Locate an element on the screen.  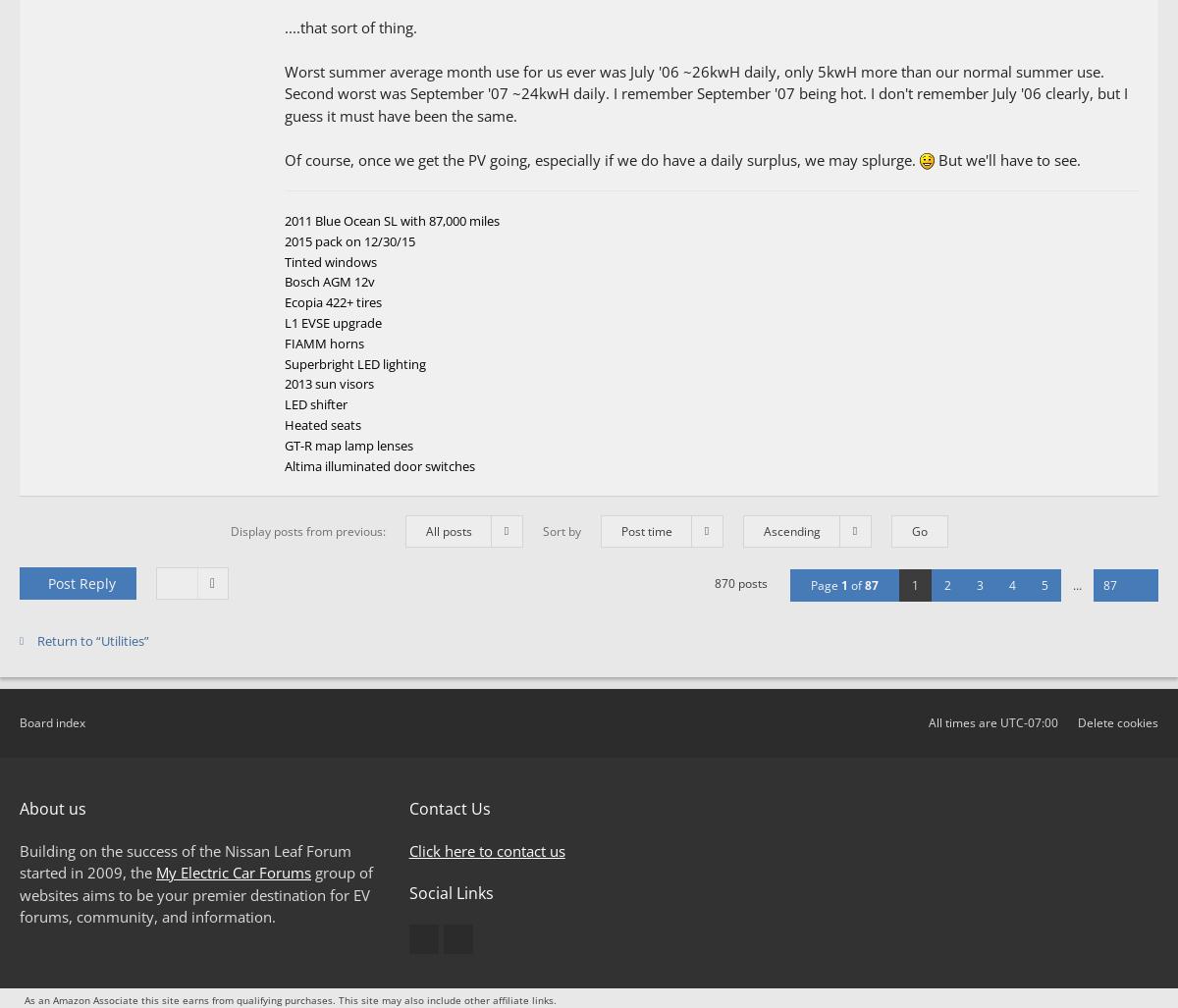
'FIAMM horns' is located at coordinates (324, 342).